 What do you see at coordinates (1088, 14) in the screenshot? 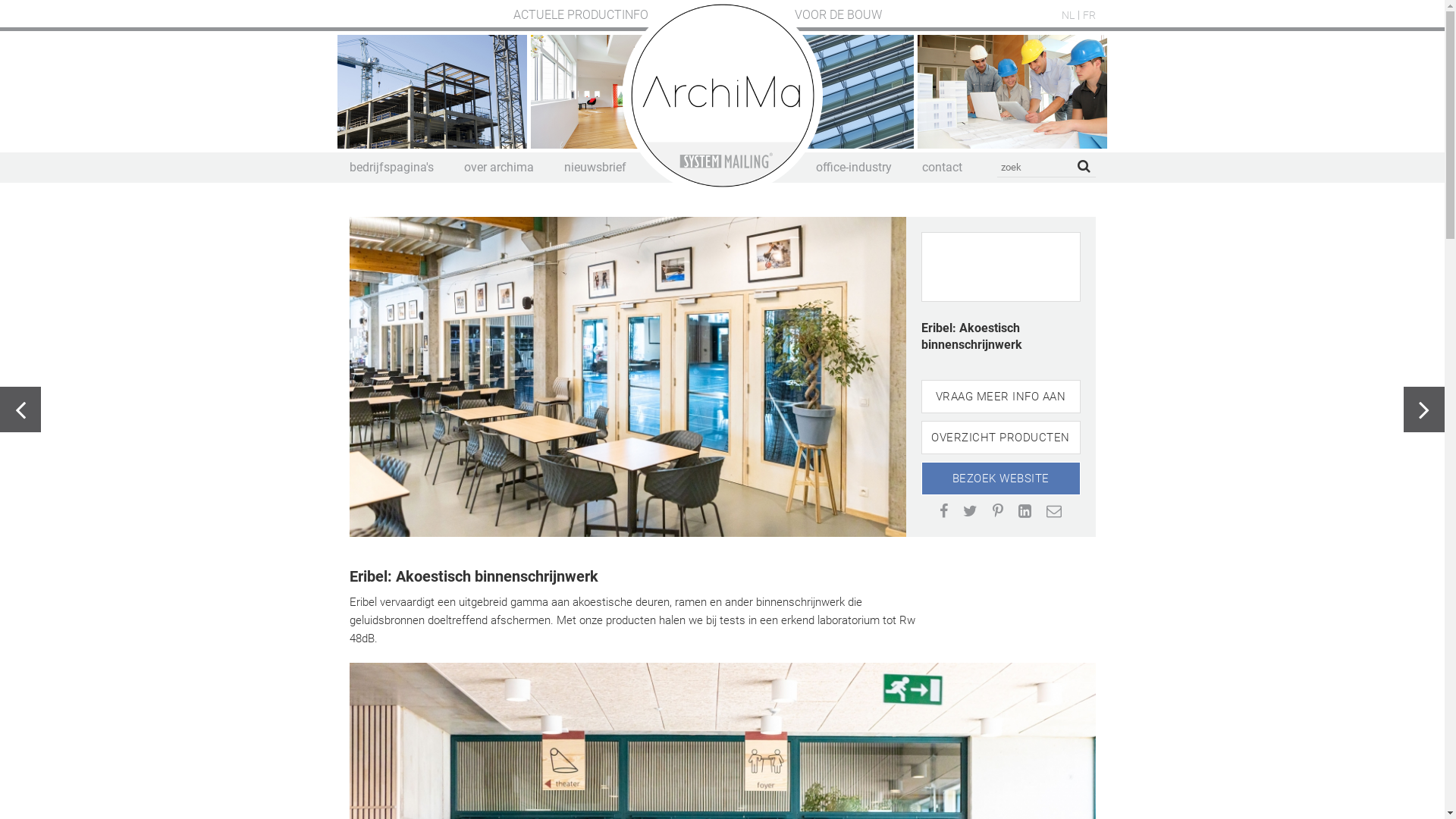
I see `'FR'` at bounding box center [1088, 14].